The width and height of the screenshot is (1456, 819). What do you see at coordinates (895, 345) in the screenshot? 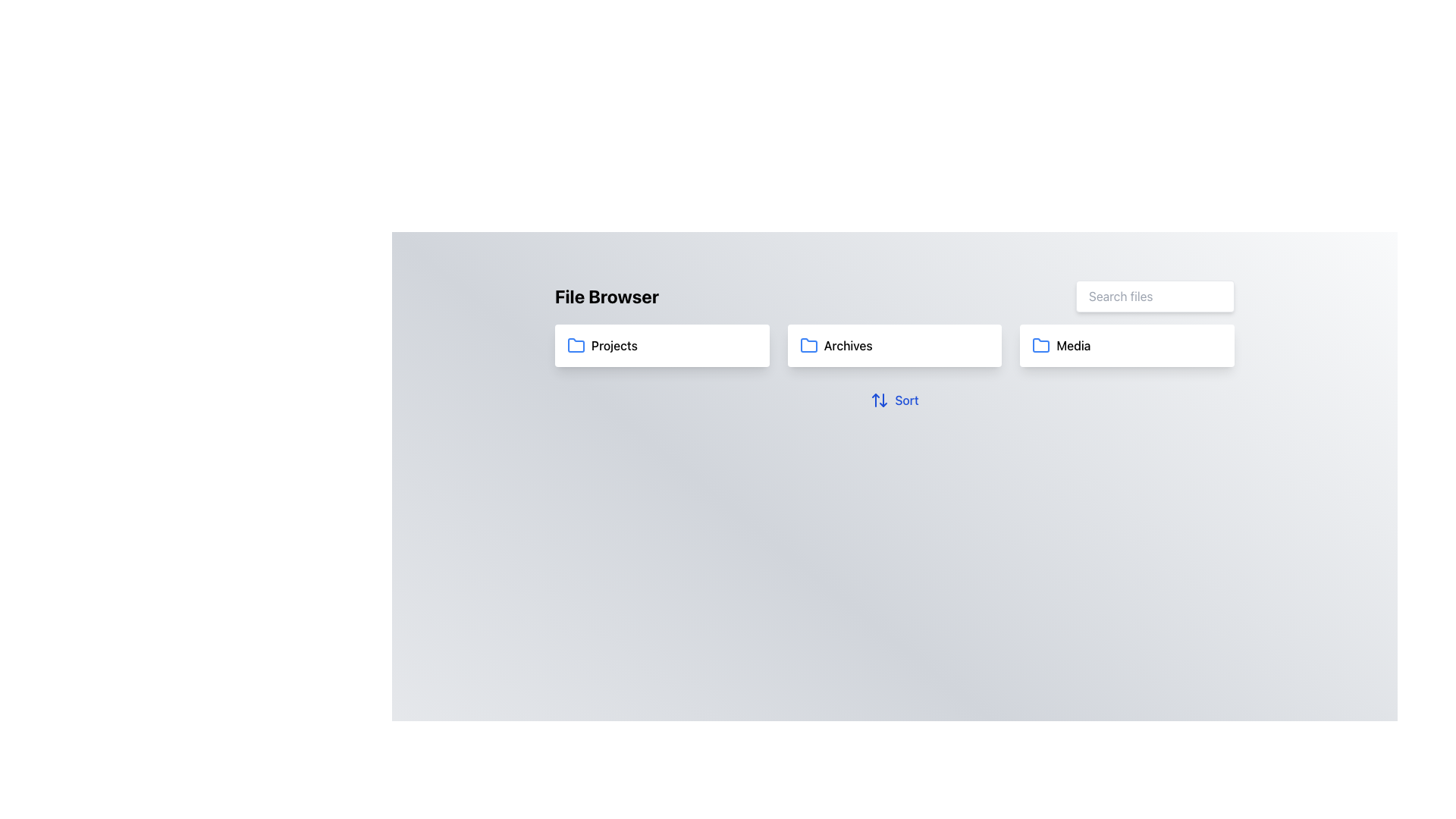
I see `the 'Archives' button, which is the second block in a horizontal grid layout` at bounding box center [895, 345].